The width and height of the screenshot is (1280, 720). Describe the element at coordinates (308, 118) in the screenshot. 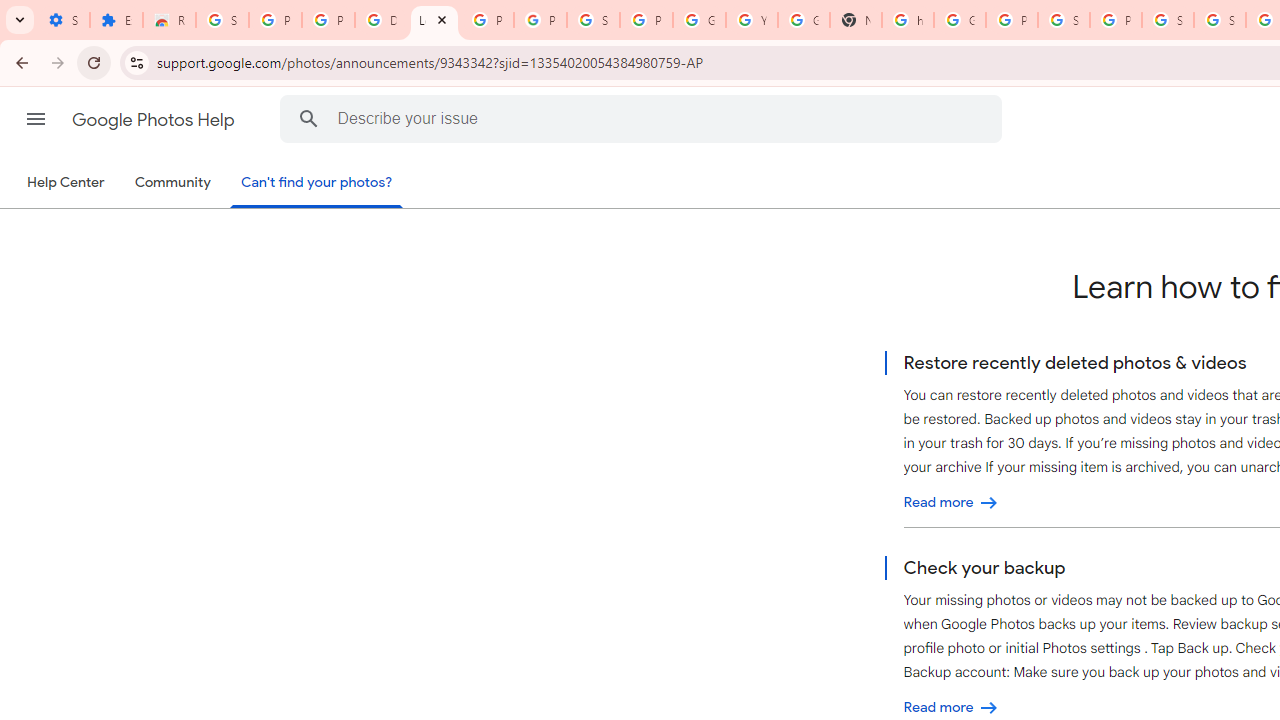

I see `'Search Help Center'` at that location.